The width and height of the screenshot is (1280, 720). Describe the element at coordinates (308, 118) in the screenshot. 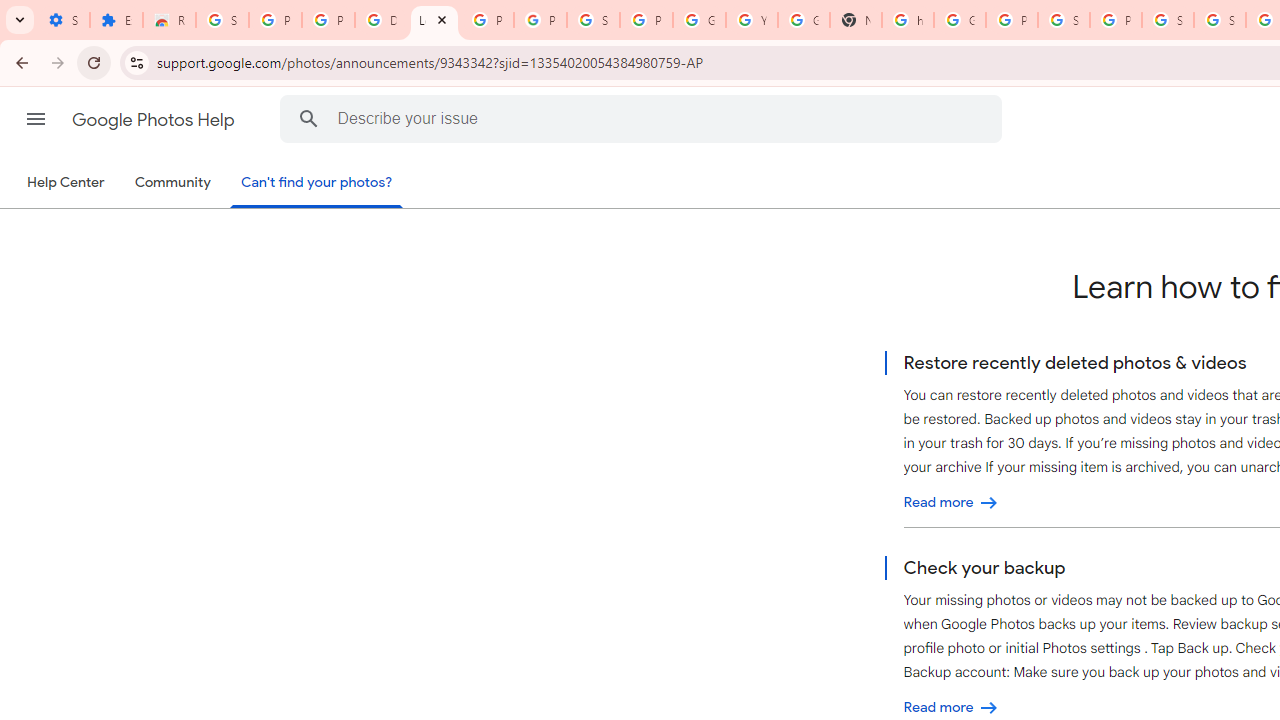

I see `'Search Help Center'` at that location.